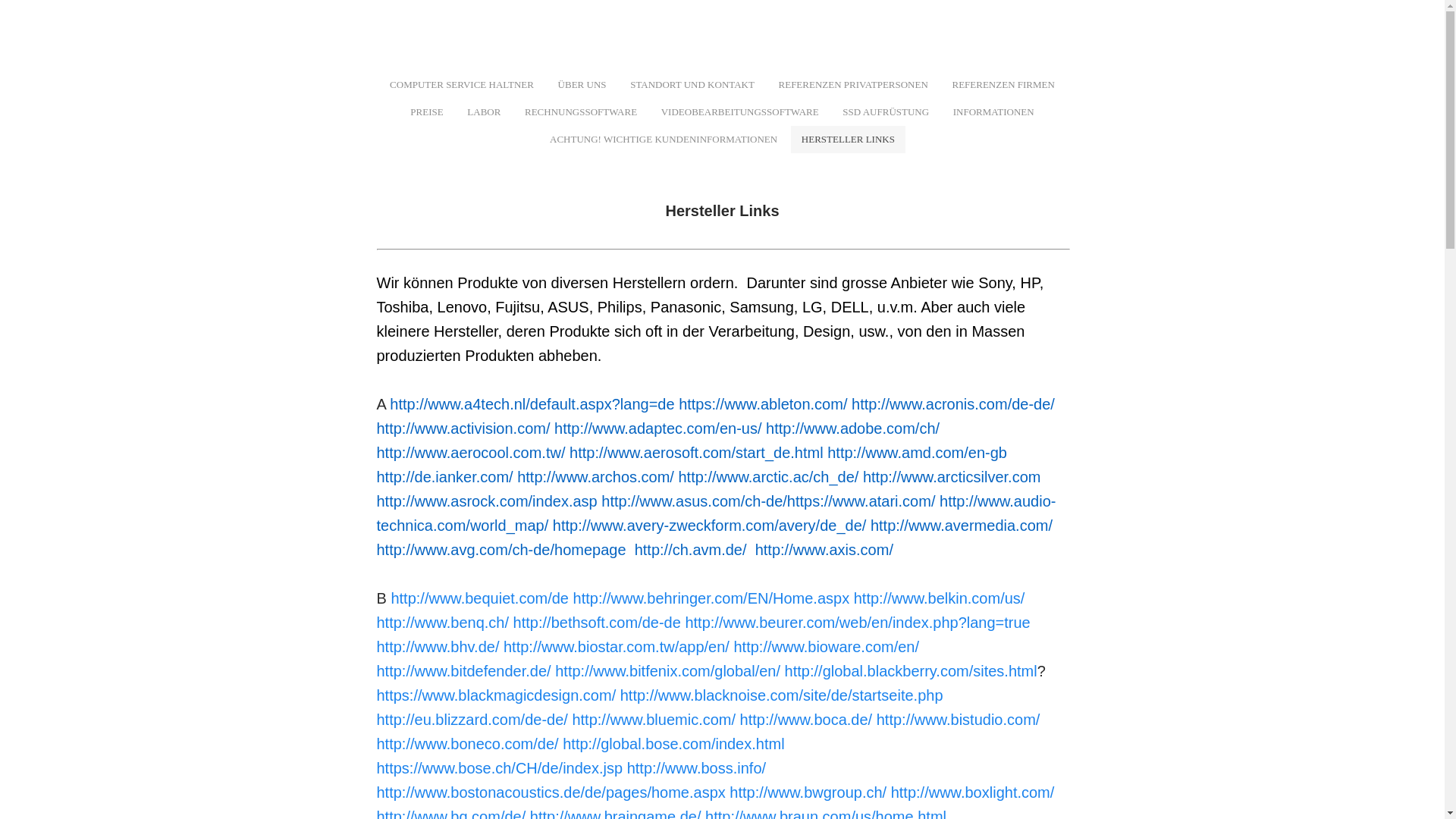  Describe the element at coordinates (462, 428) in the screenshot. I see `'http://www.activision.com/'` at that location.